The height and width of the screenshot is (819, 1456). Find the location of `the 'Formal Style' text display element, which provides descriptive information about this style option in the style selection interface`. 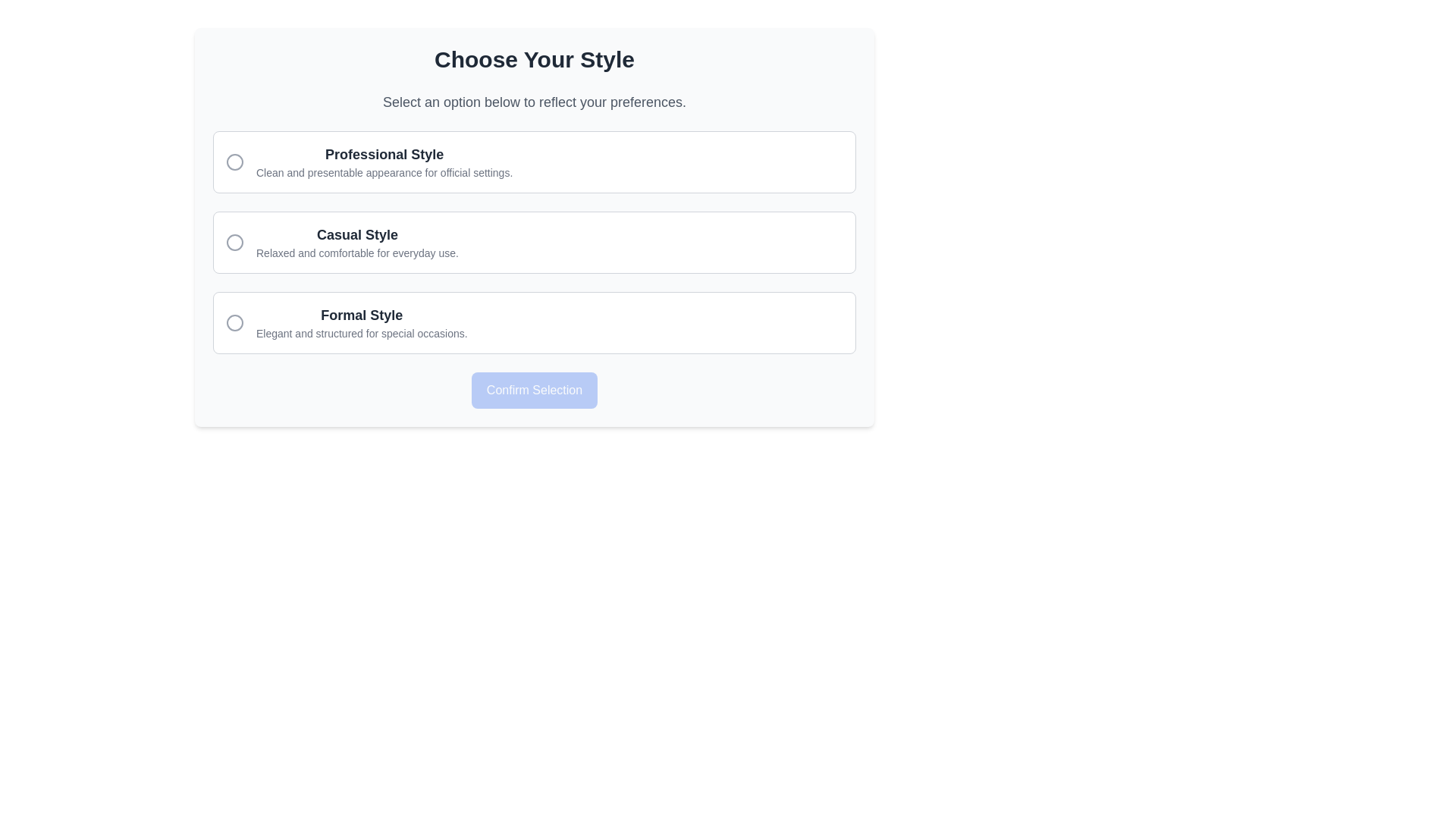

the 'Formal Style' text display element, which provides descriptive information about this style option in the style selection interface is located at coordinates (361, 322).